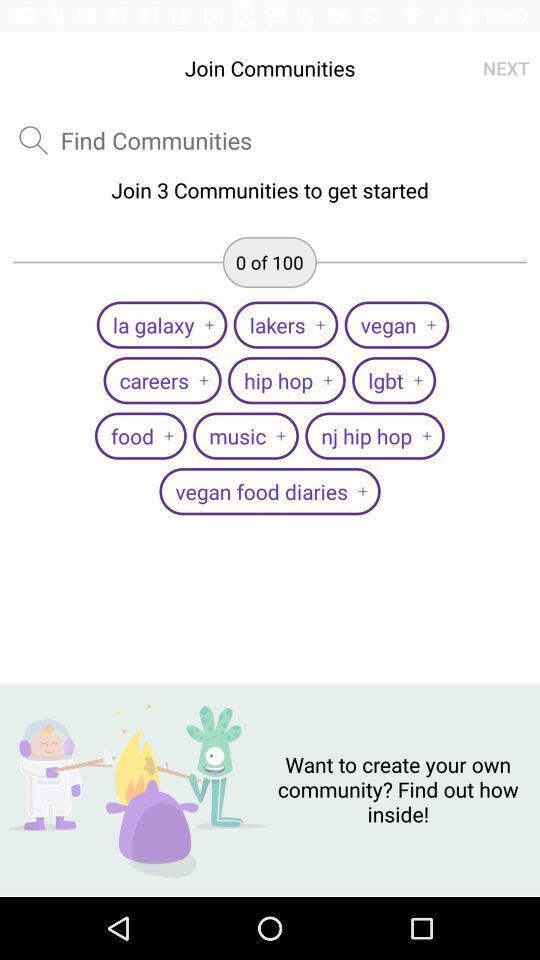 This screenshot has height=960, width=540. Describe the element at coordinates (32, 139) in the screenshot. I see `search` at that location.